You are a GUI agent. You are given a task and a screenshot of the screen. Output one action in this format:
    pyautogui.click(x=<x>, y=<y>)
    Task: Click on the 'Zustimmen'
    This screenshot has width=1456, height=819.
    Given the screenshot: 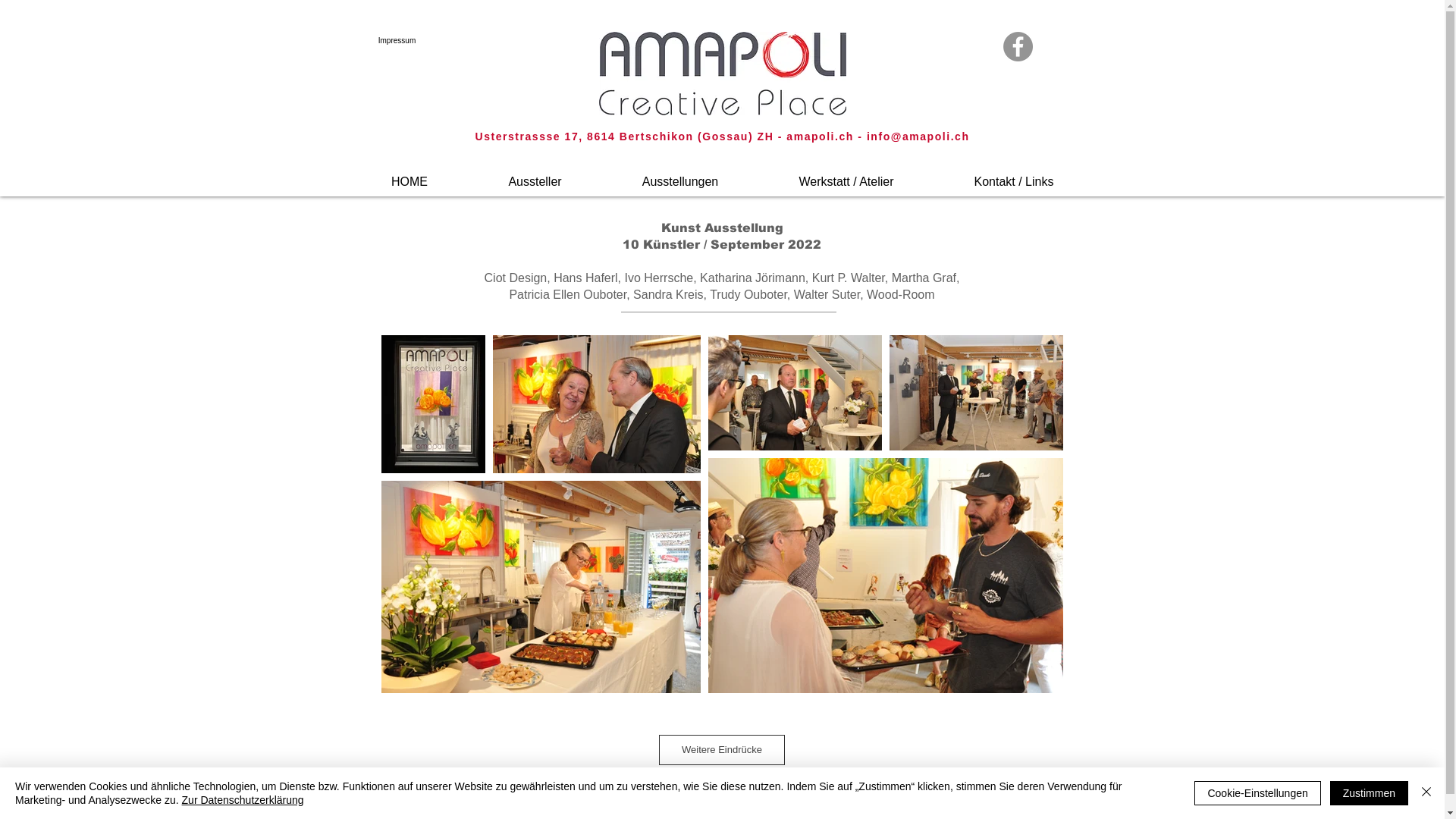 What is the action you would take?
    pyautogui.click(x=1369, y=792)
    